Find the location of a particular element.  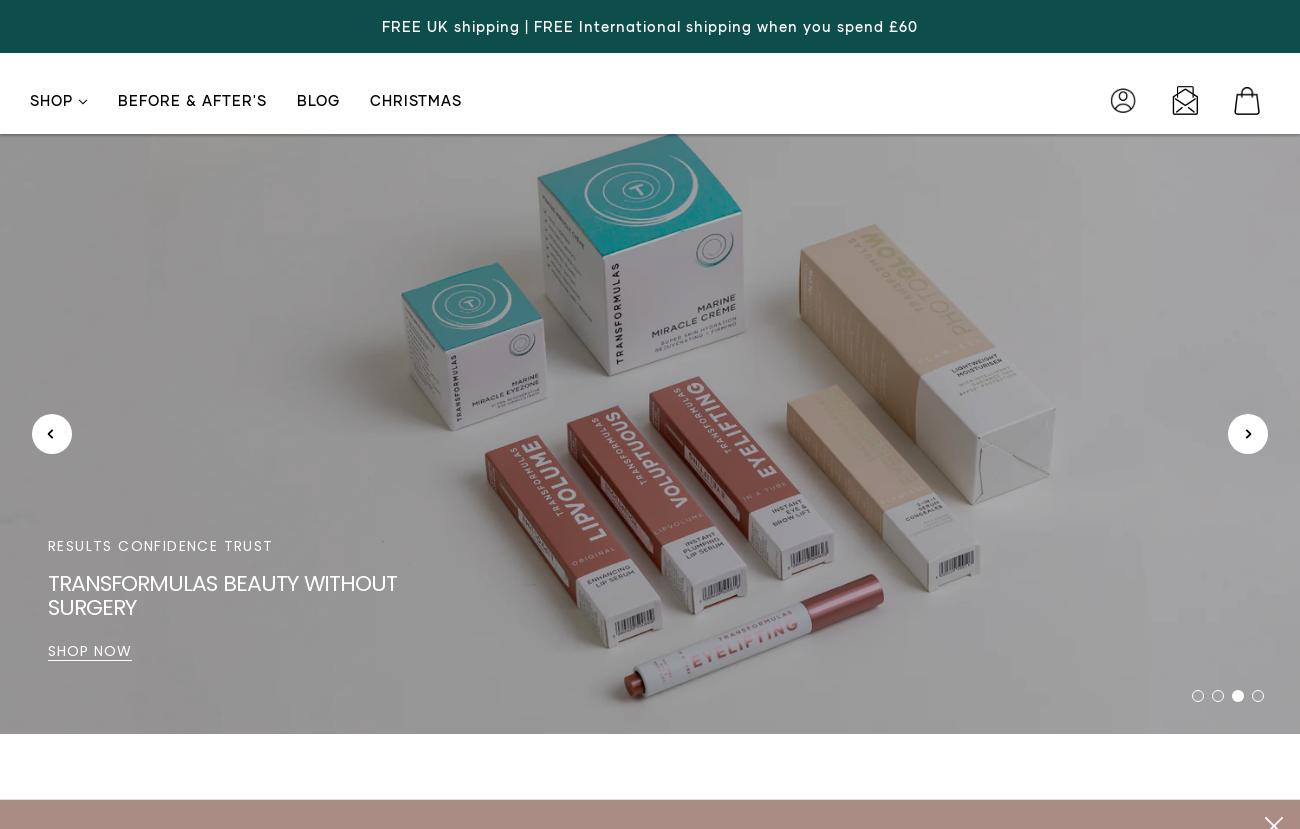

'ELEVATE YOUR SKIN' is located at coordinates (122, 569).